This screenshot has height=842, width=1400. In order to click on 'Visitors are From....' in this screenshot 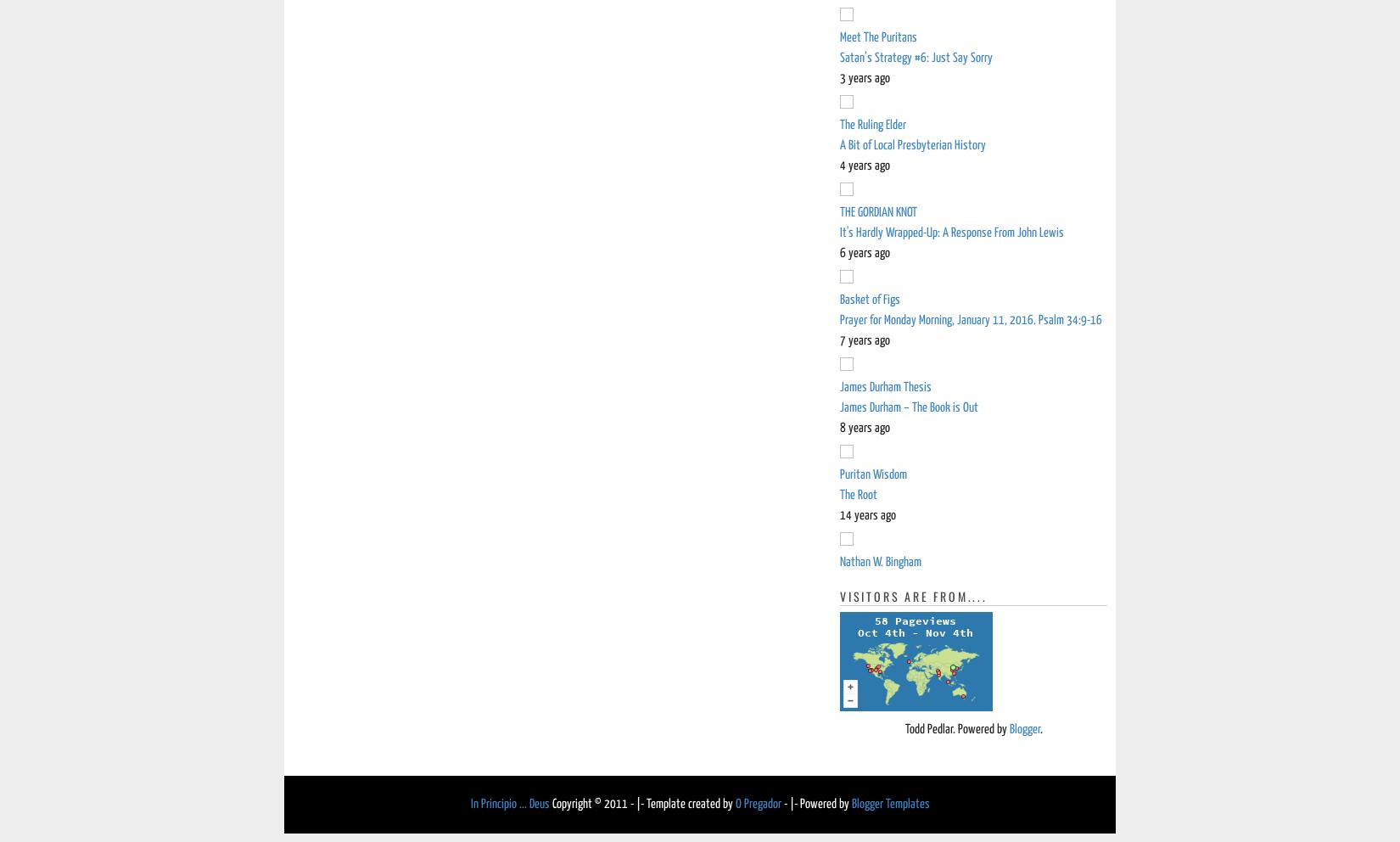, I will do `click(913, 595)`.